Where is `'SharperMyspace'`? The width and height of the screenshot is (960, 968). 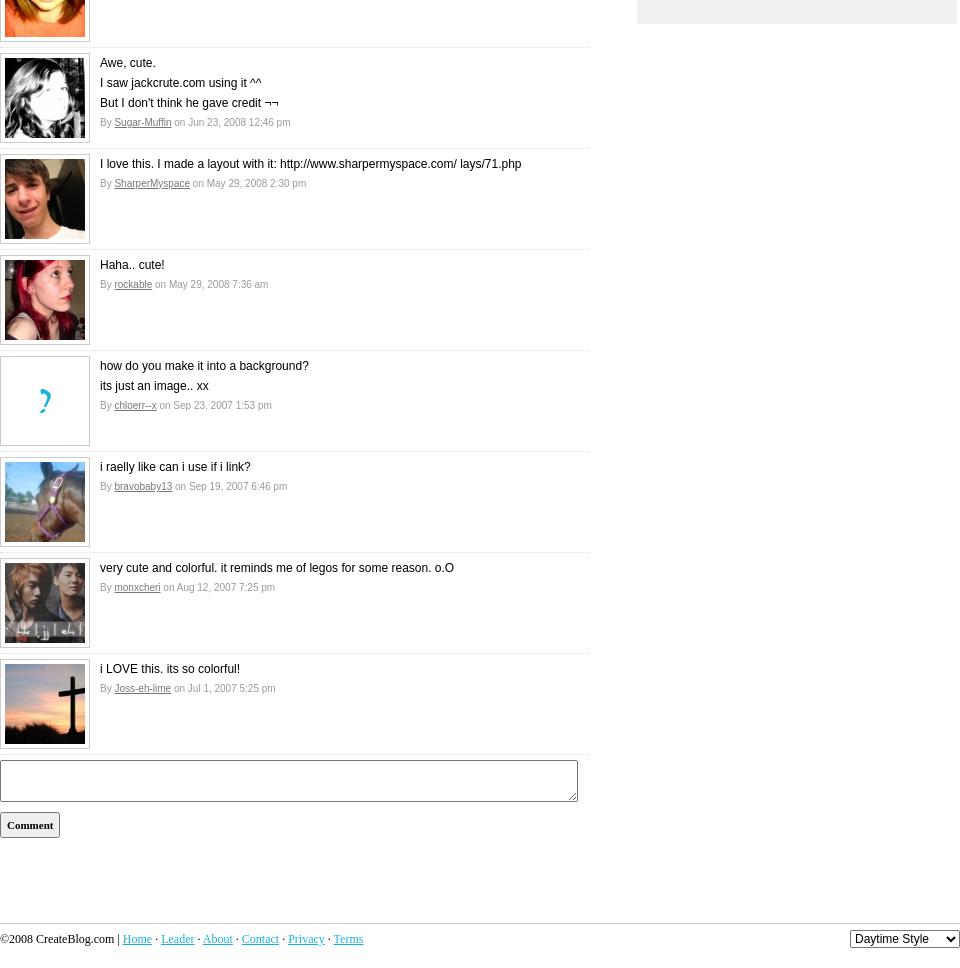 'SharperMyspace' is located at coordinates (150, 183).